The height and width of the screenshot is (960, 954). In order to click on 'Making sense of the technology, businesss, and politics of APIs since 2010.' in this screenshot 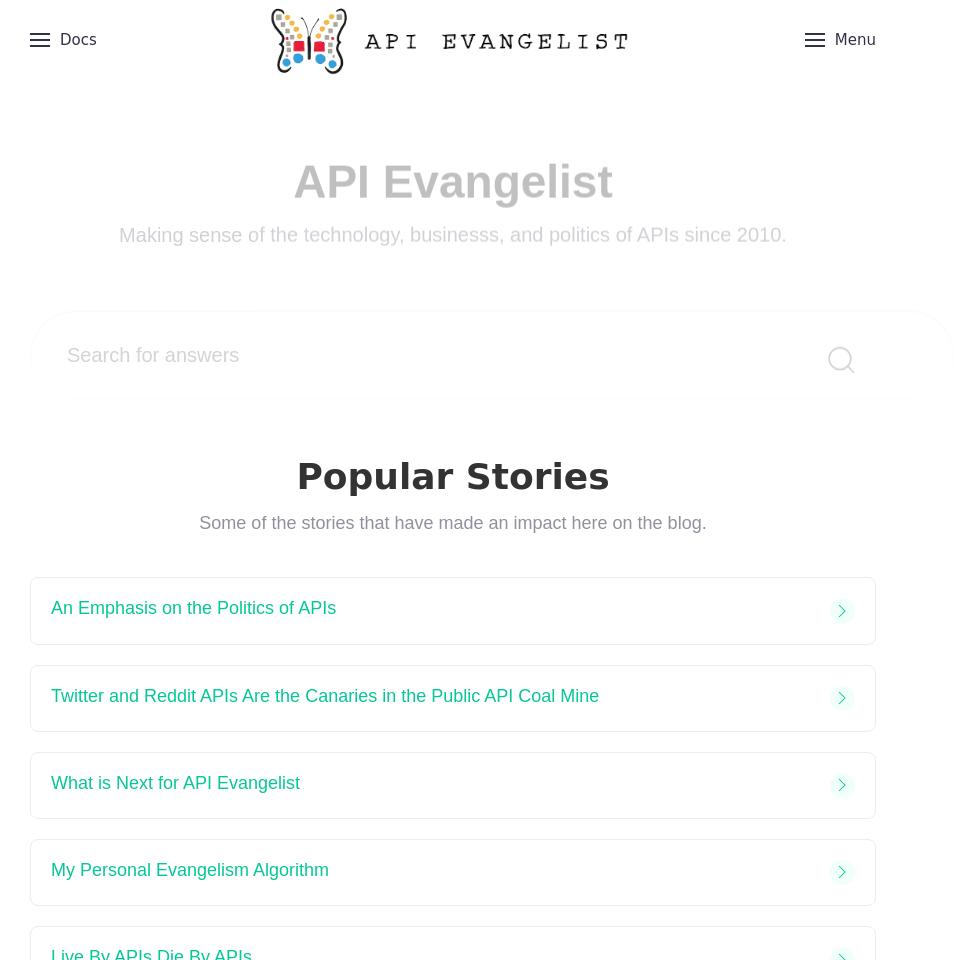, I will do `click(452, 199)`.